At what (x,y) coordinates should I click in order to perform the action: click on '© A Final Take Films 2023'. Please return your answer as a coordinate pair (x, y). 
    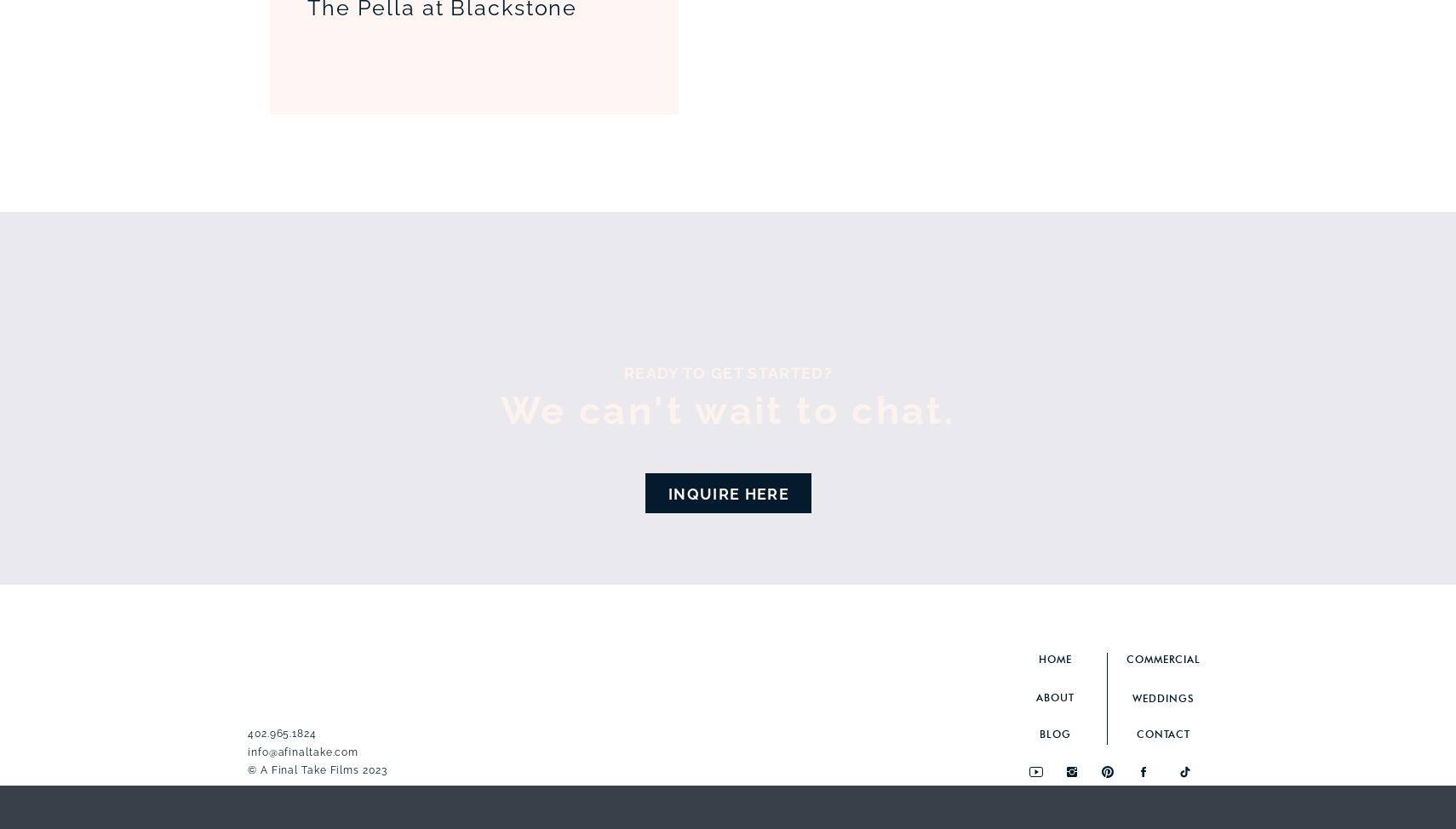
    Looking at the image, I should click on (247, 769).